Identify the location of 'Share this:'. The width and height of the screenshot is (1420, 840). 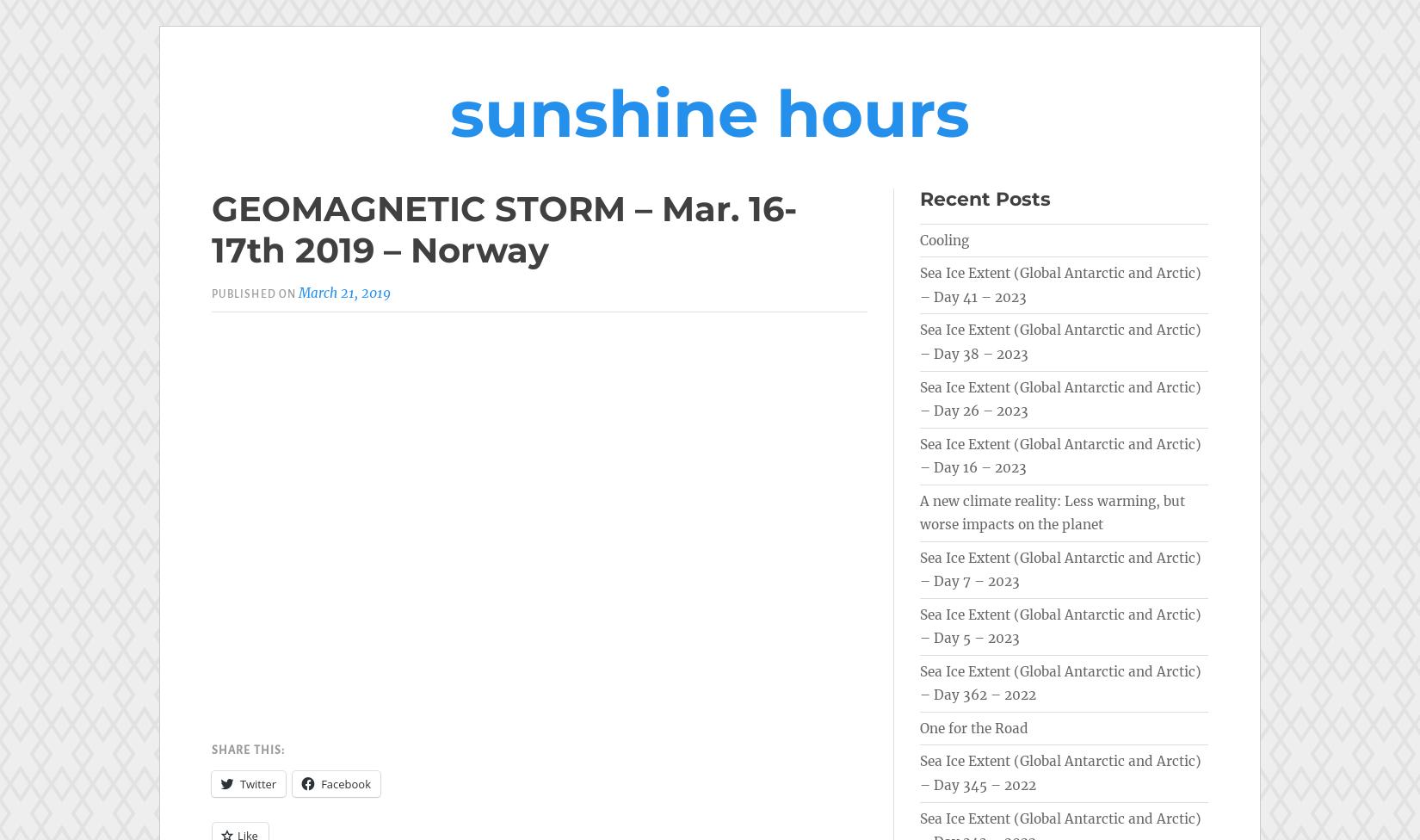
(248, 749).